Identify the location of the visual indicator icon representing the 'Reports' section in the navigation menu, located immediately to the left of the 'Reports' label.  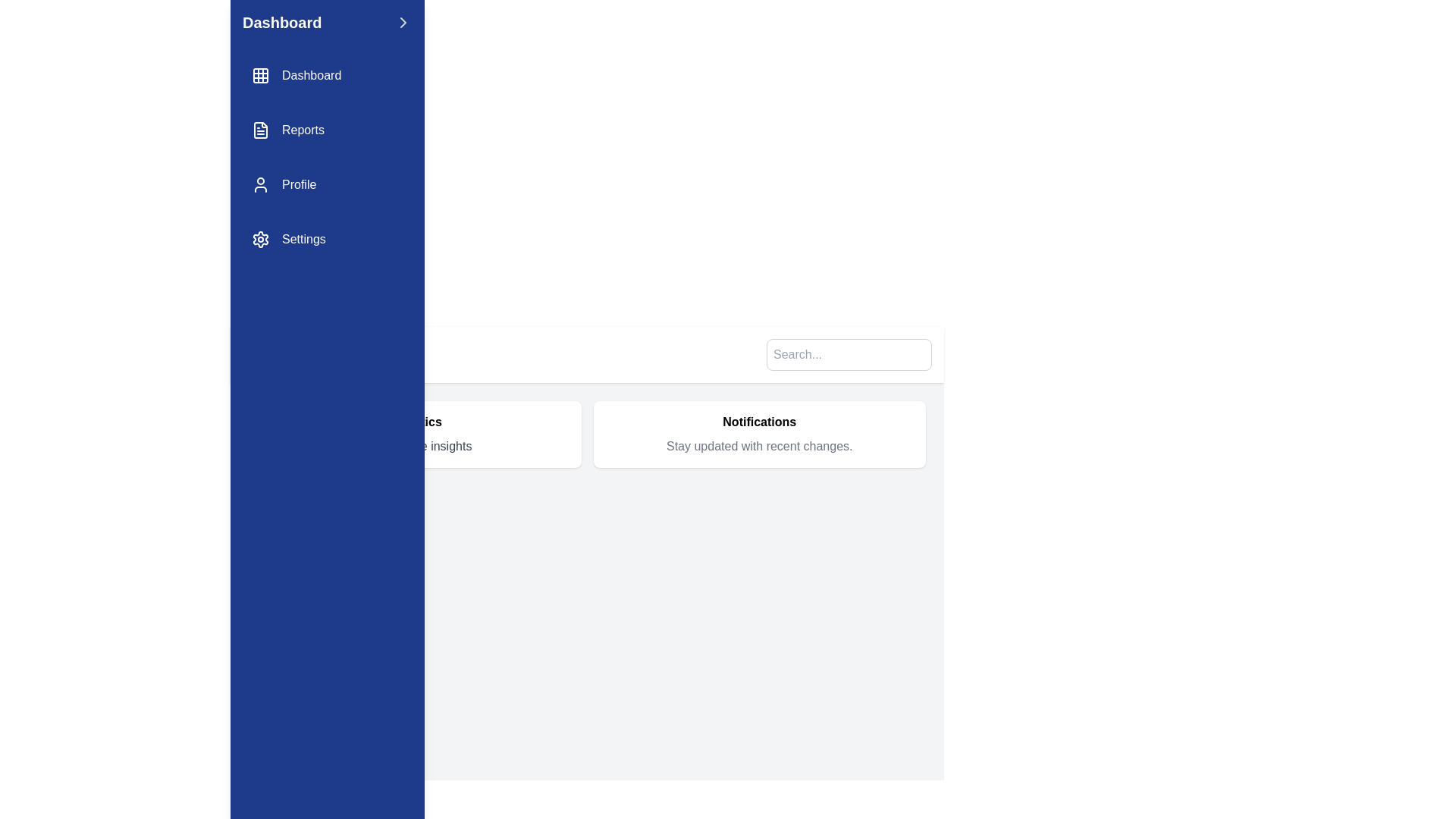
(261, 130).